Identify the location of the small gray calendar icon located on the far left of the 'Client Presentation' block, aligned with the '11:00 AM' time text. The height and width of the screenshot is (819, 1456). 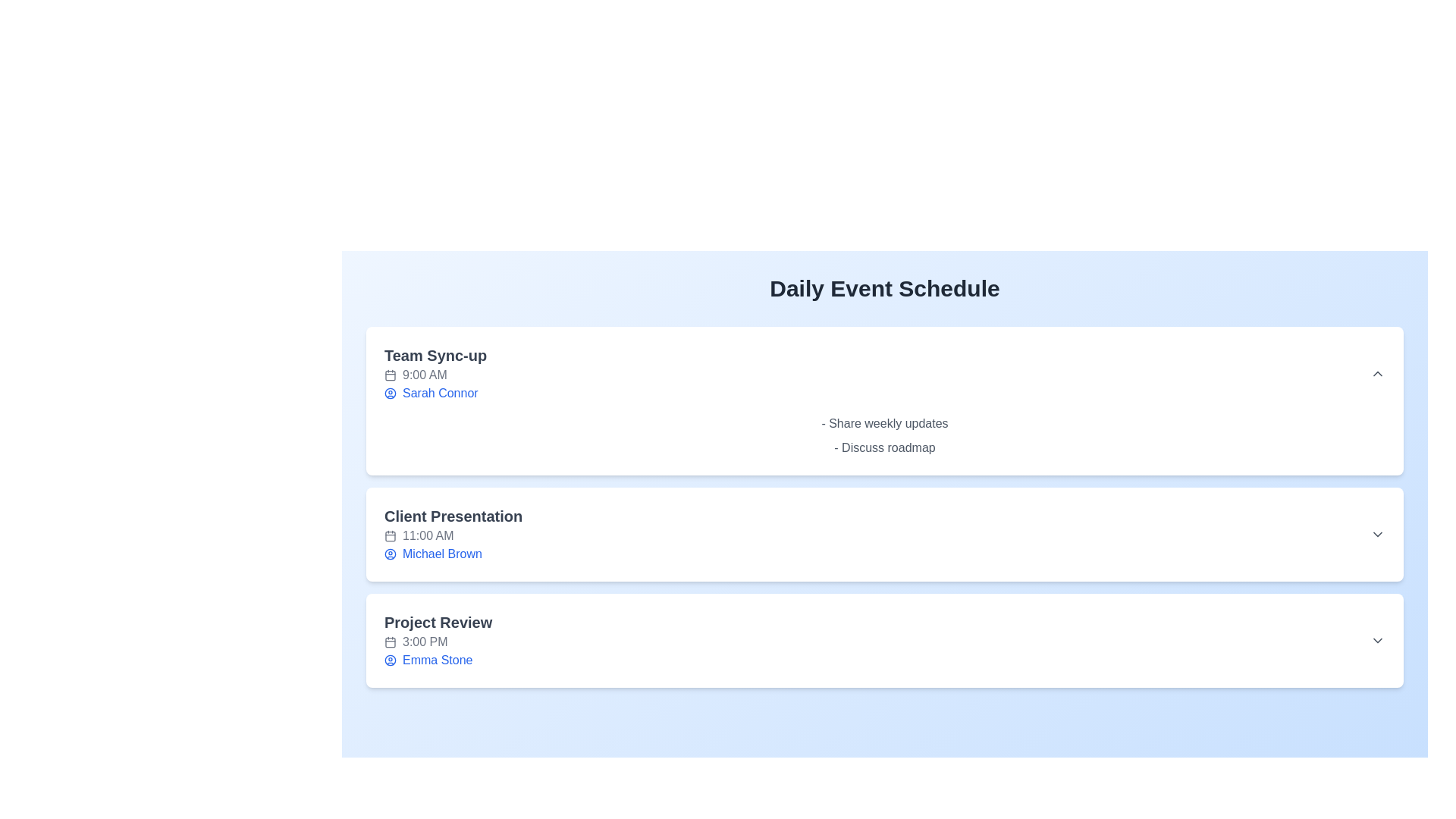
(390, 535).